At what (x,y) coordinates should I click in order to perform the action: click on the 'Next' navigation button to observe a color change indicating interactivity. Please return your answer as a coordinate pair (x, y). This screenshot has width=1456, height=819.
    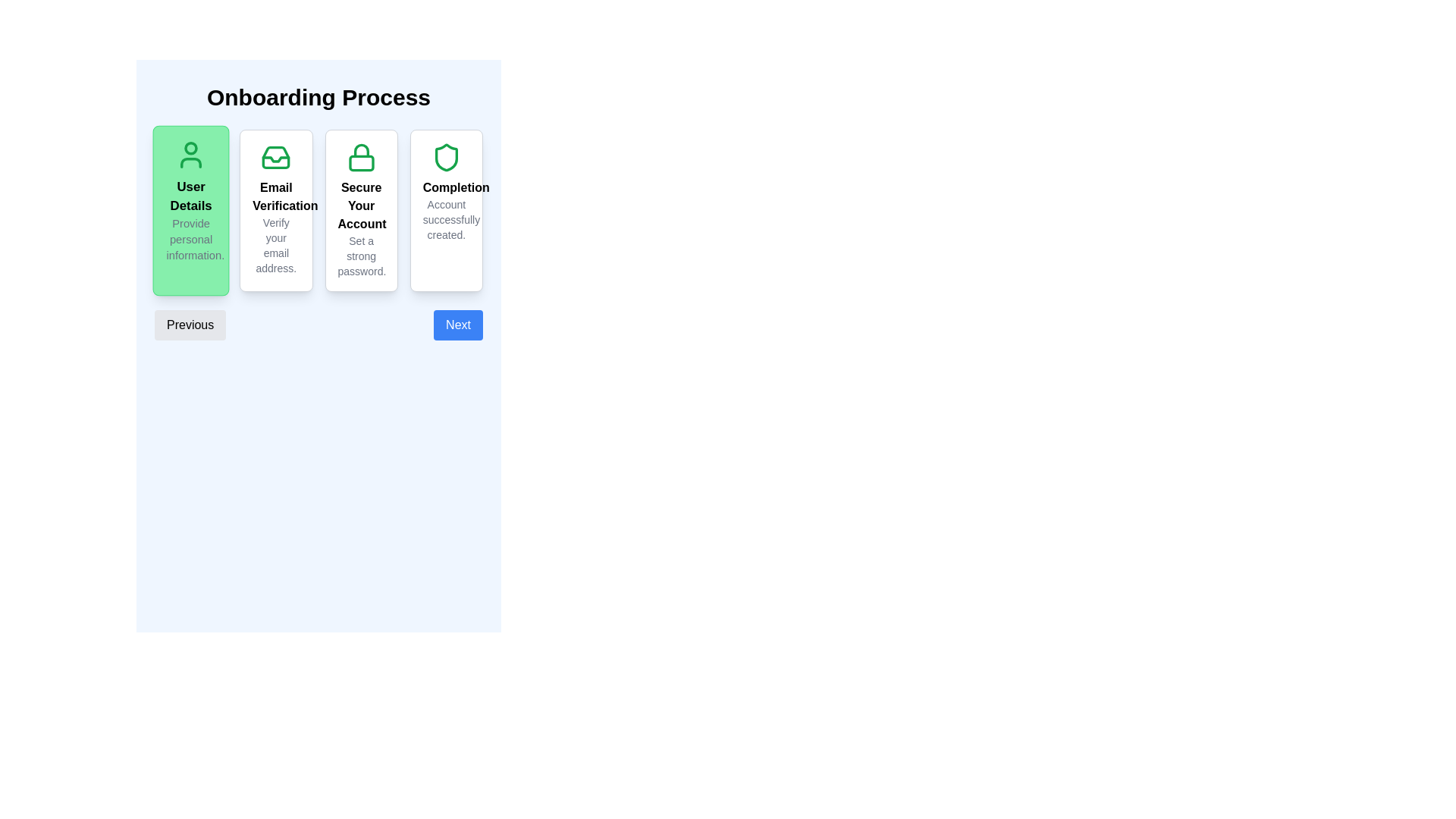
    Looking at the image, I should click on (457, 324).